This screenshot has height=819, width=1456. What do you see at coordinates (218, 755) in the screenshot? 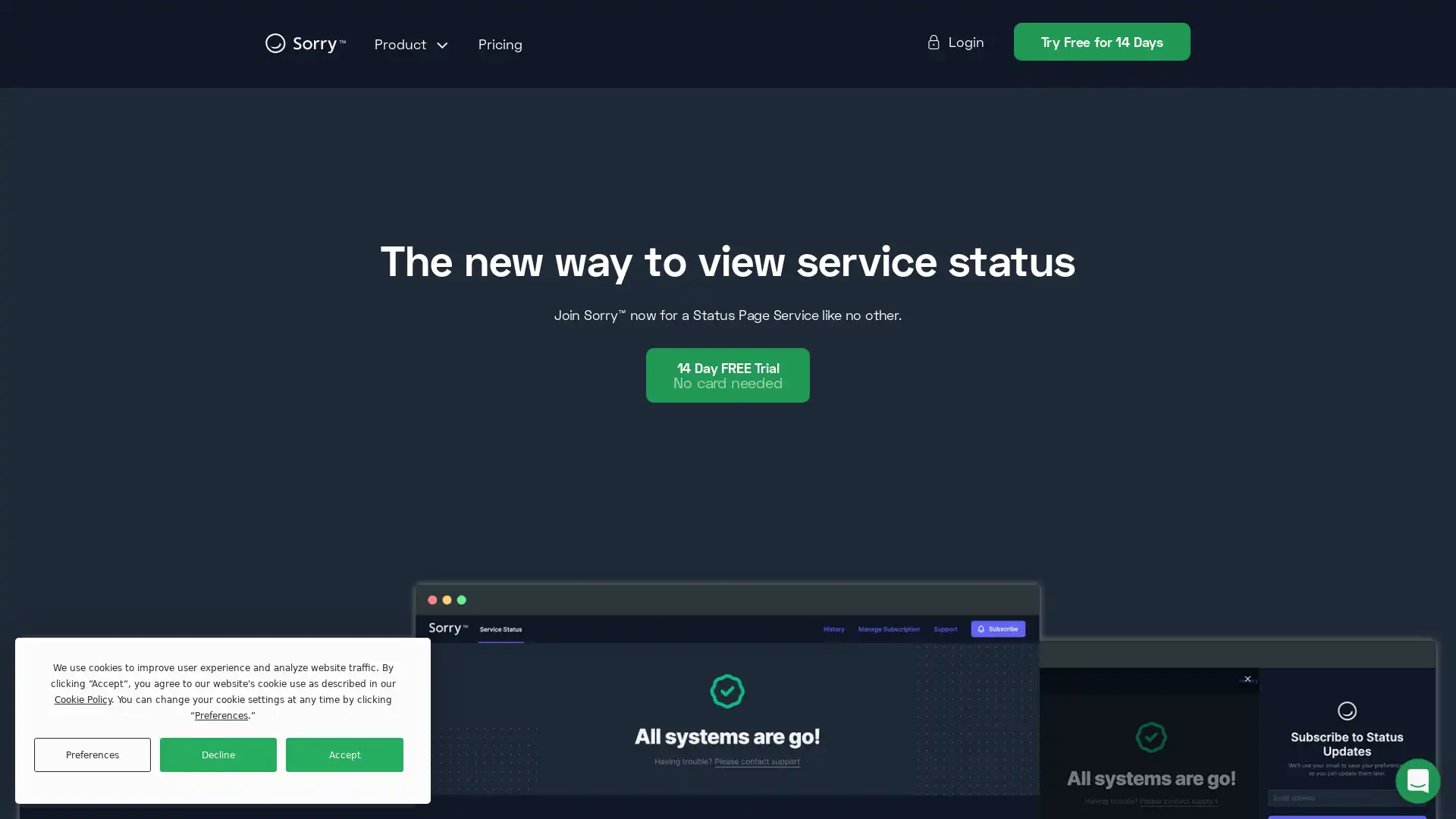
I see `Decline` at bounding box center [218, 755].